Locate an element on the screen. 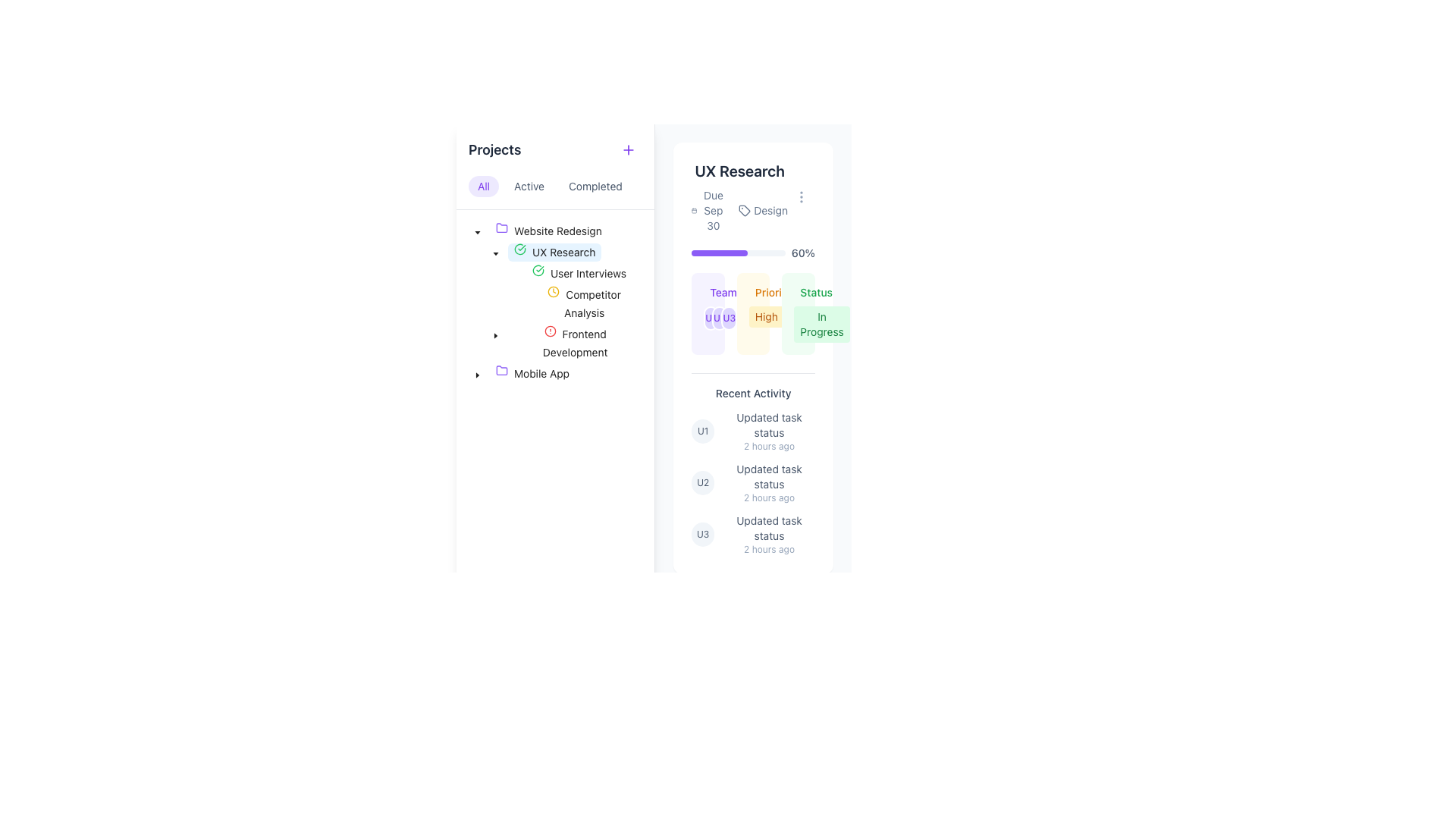 This screenshot has width=1456, height=819. the folder icon representing the 'Website Redesign' project in the project management menu is located at coordinates (505, 231).